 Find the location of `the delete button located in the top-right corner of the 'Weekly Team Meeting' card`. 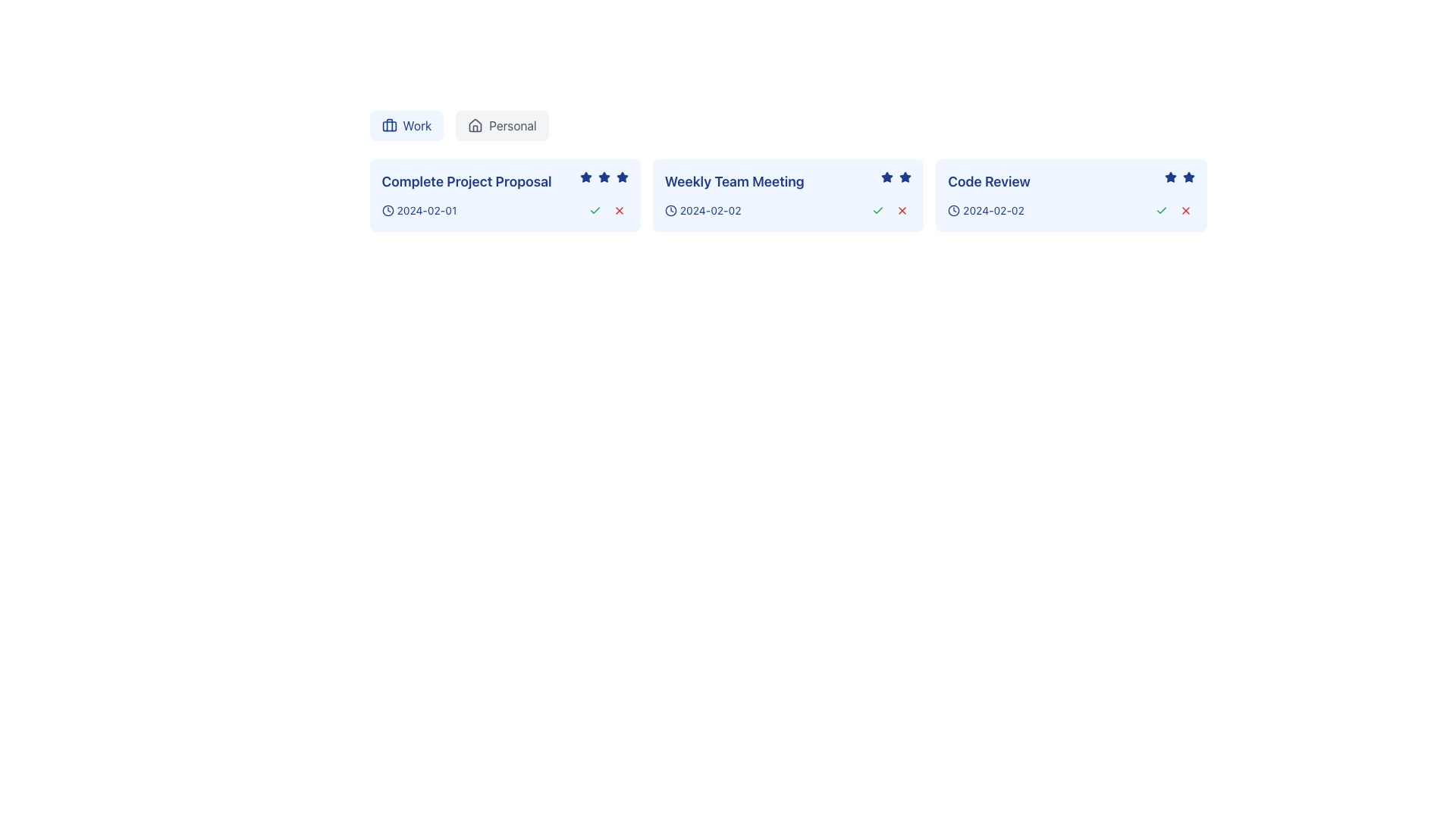

the delete button located in the top-right corner of the 'Weekly Team Meeting' card is located at coordinates (902, 210).